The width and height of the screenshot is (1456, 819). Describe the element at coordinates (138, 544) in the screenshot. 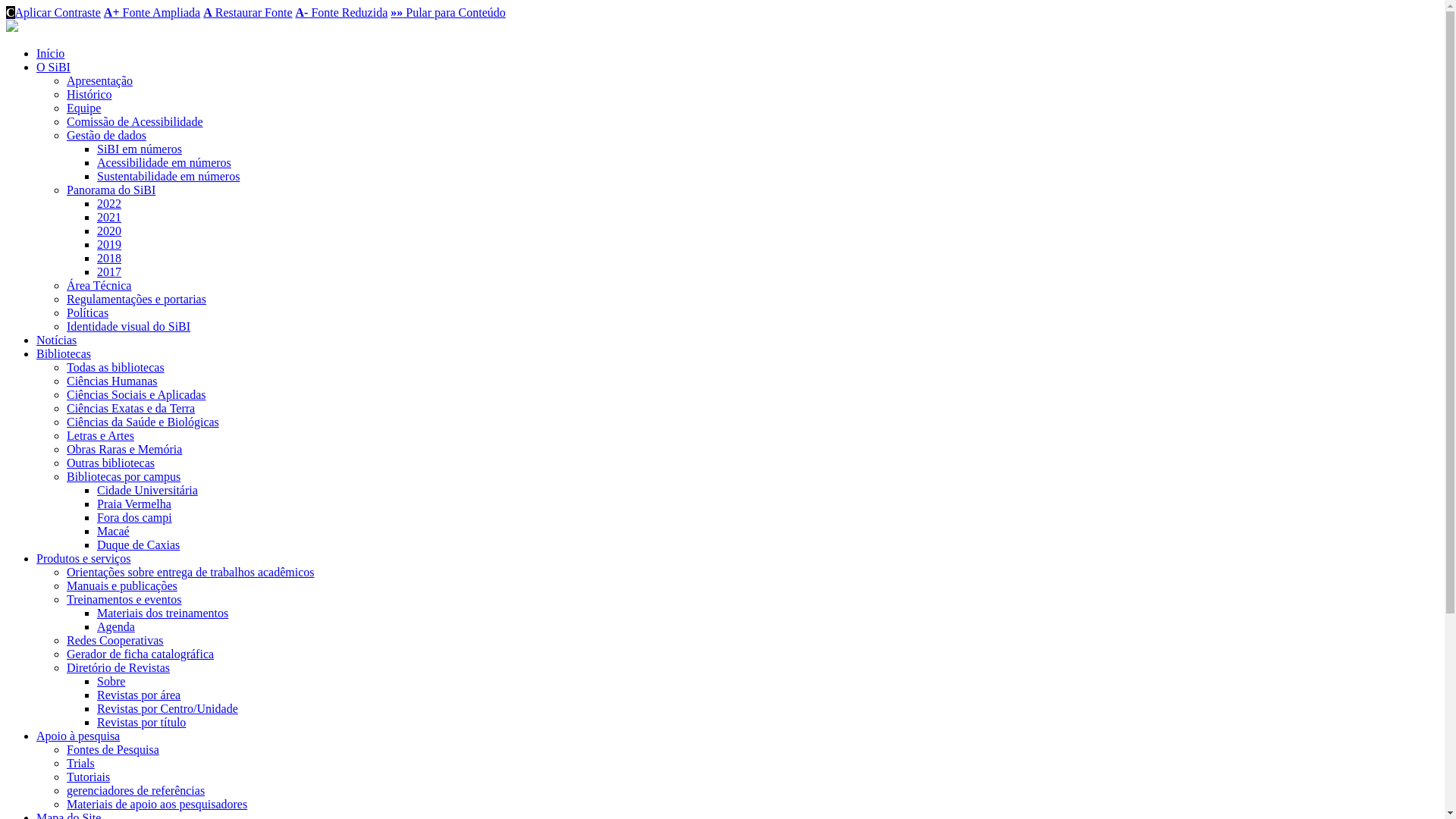

I see `'Duque de Caxias'` at that location.